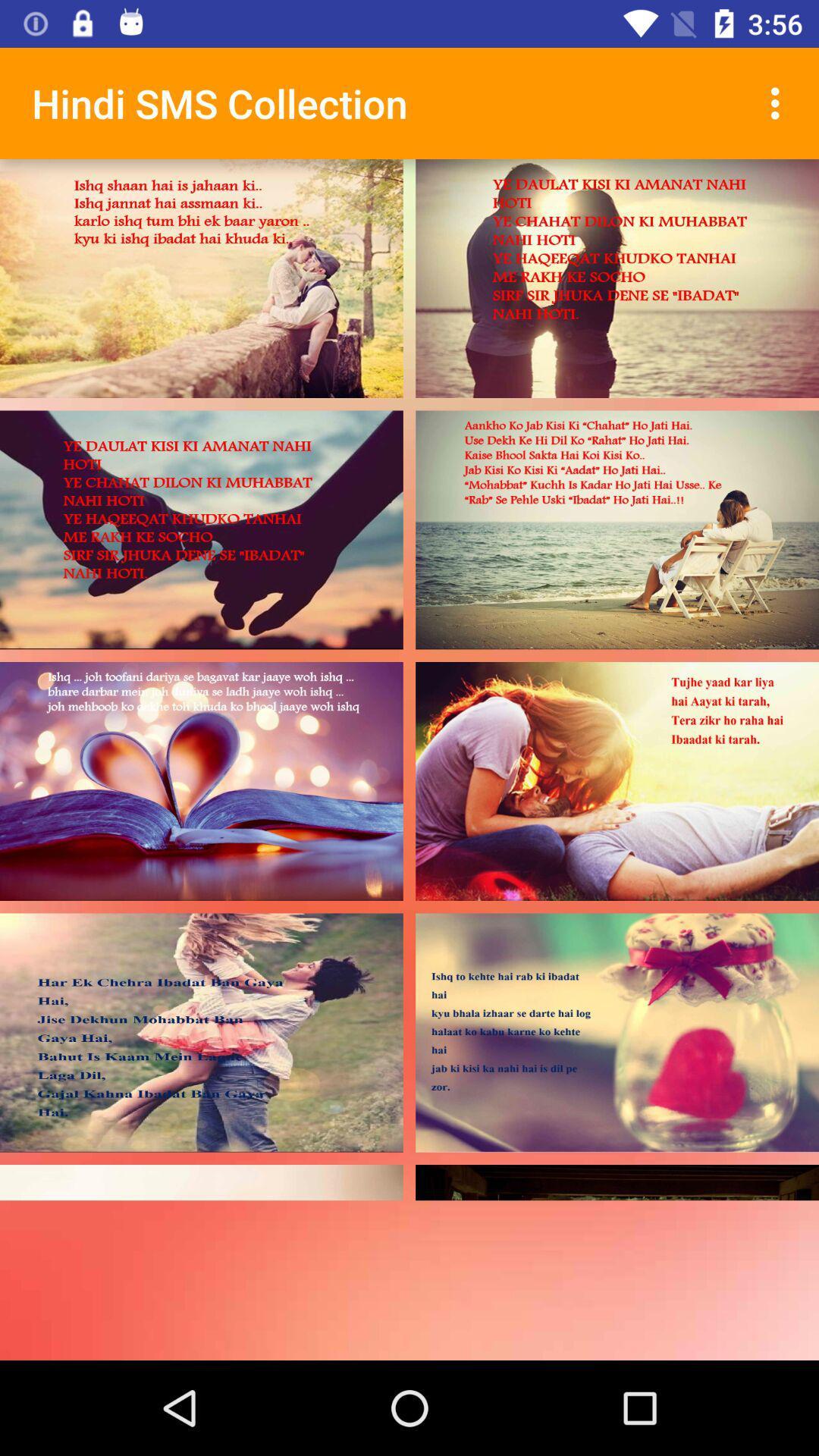 This screenshot has width=819, height=1456. What do you see at coordinates (779, 102) in the screenshot?
I see `the icon next to hindi sms collection app` at bounding box center [779, 102].